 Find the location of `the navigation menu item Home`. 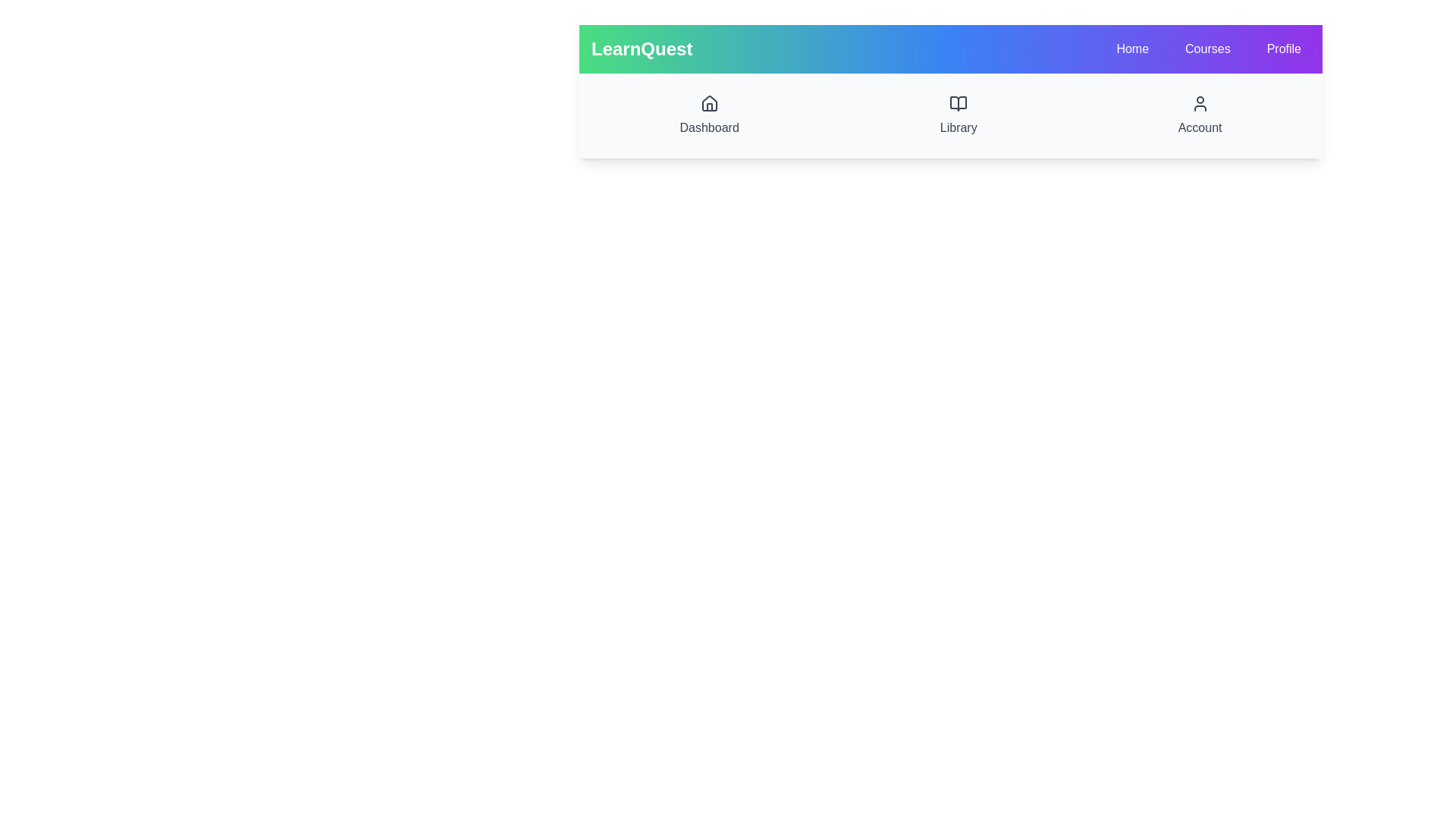

the navigation menu item Home is located at coordinates (1132, 49).